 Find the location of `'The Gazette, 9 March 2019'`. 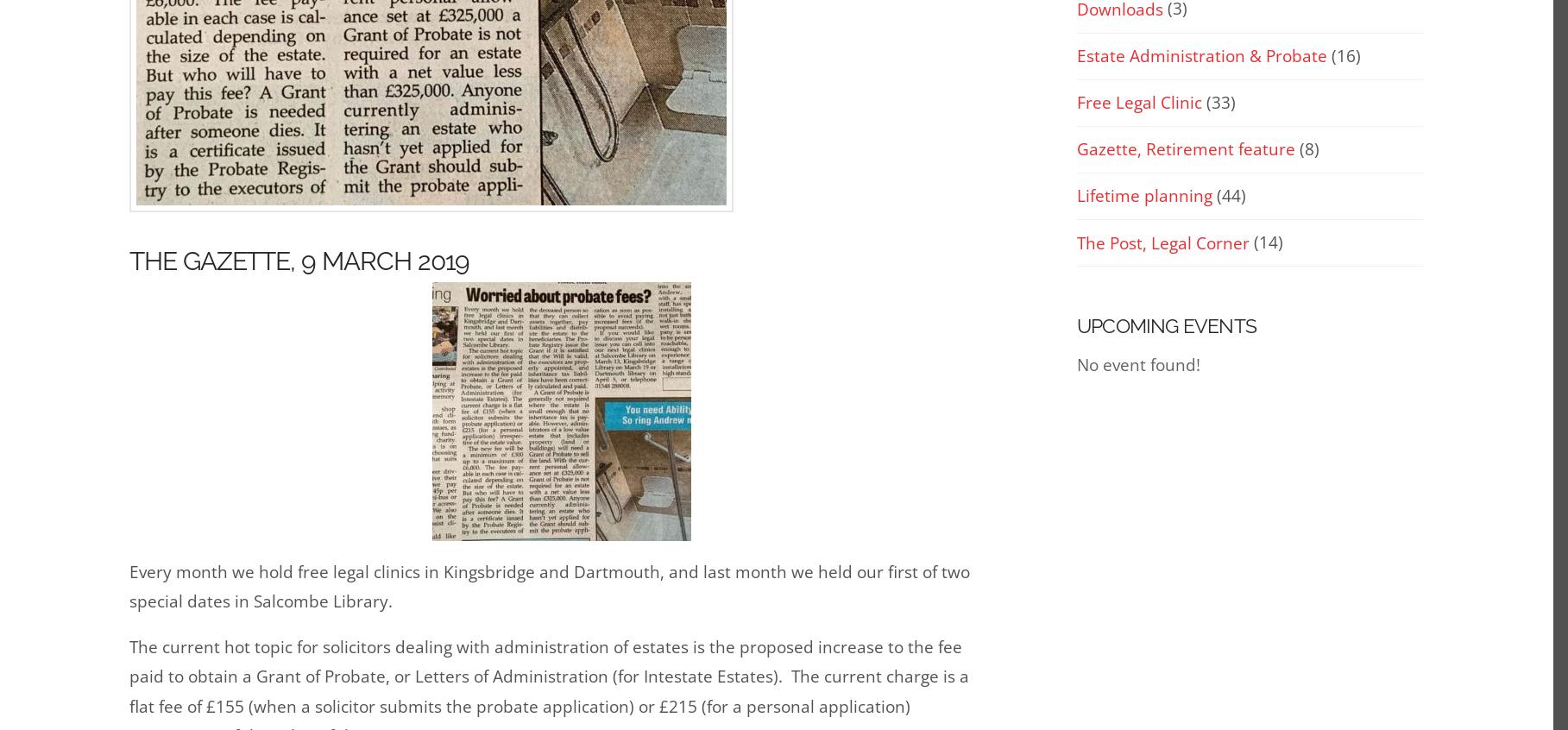

'The Gazette, 9 March 2019' is located at coordinates (299, 260).